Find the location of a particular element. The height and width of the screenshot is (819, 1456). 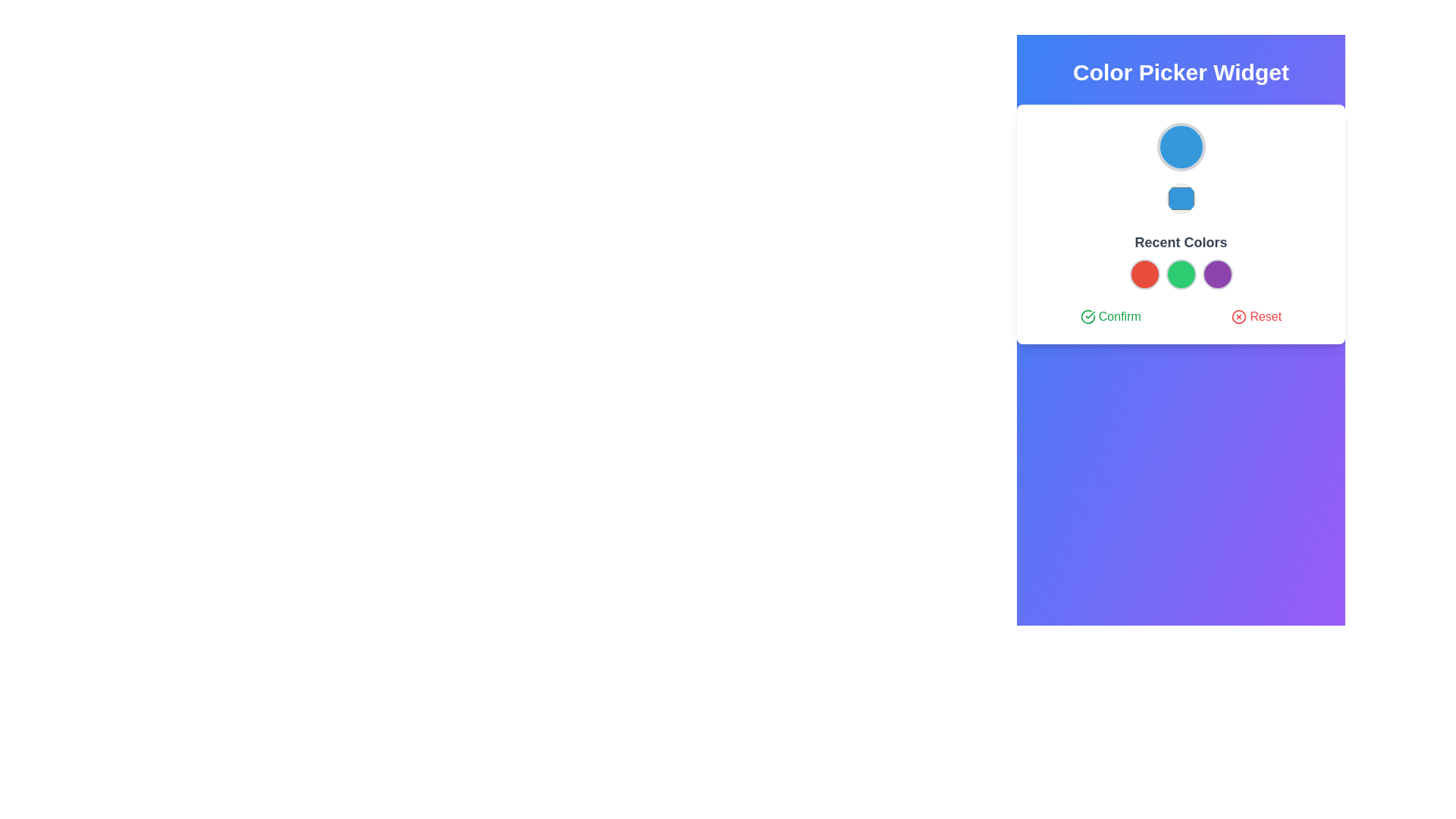

the interactive color swatch in the 'Recent Colors' section is located at coordinates (1180, 259).